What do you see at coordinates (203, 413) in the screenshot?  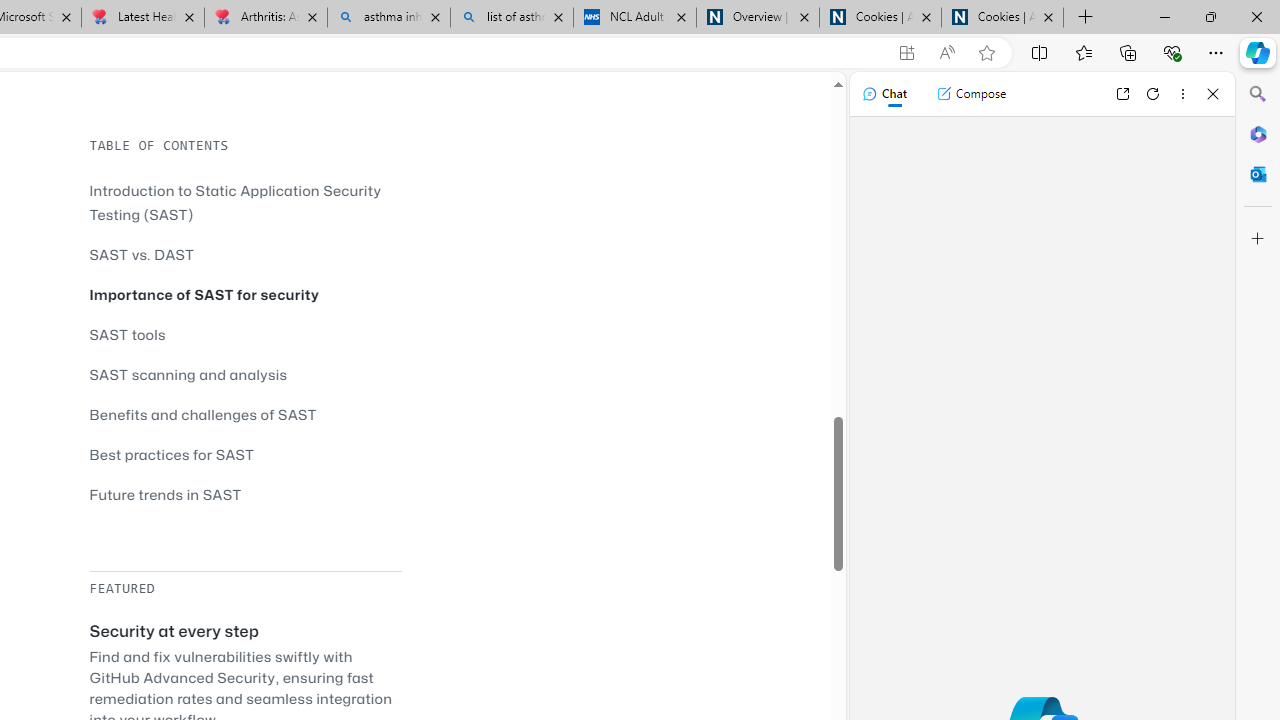 I see `'Benefits and challenges of SAST'` at bounding box center [203, 413].